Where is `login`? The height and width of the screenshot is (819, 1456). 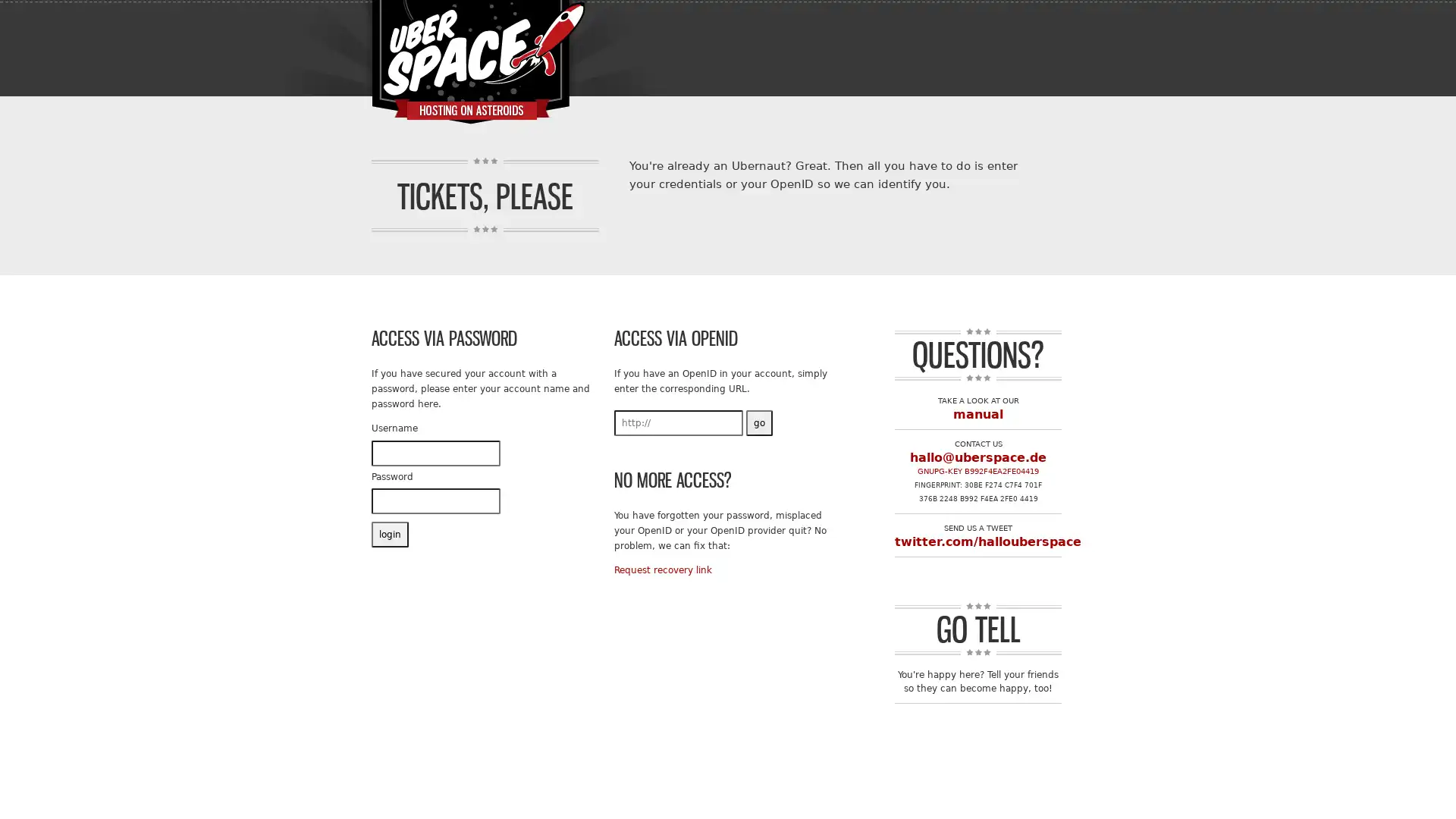
login is located at coordinates (390, 534).